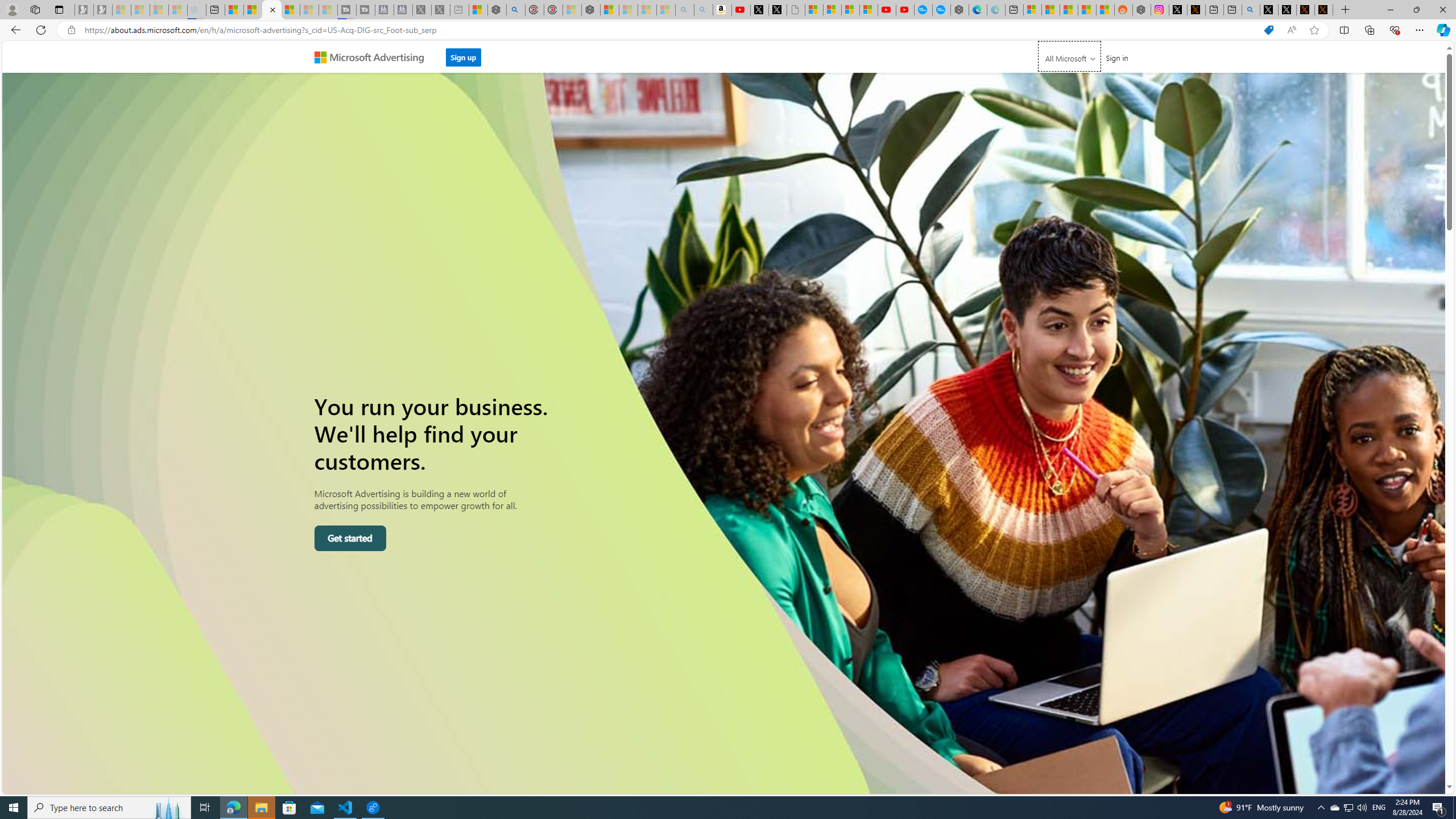  Describe the element at coordinates (1251, 9) in the screenshot. I see `'github - Search'` at that location.